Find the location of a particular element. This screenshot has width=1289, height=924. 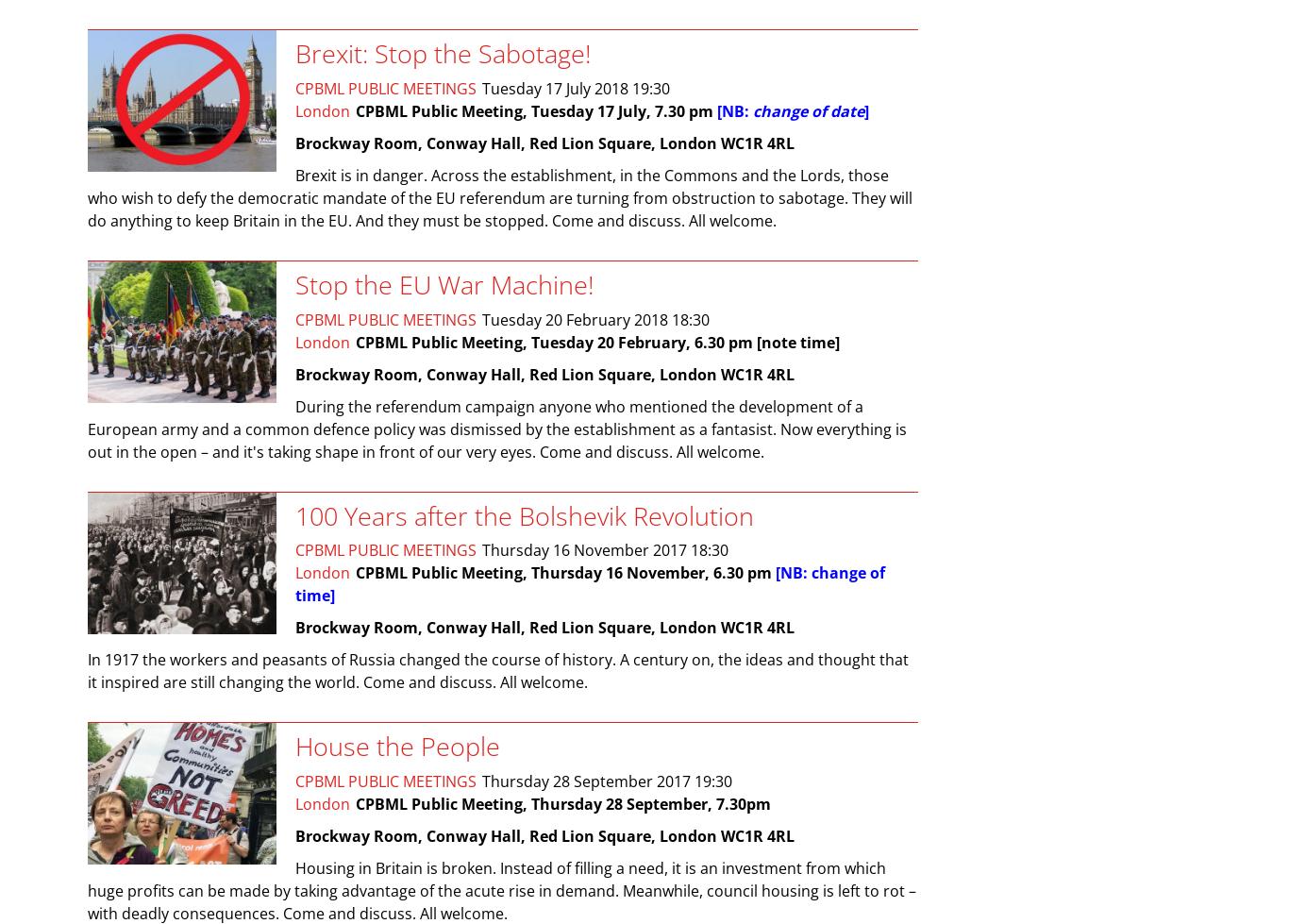

'Thursday 16 November 2017 18:30' is located at coordinates (604, 548).